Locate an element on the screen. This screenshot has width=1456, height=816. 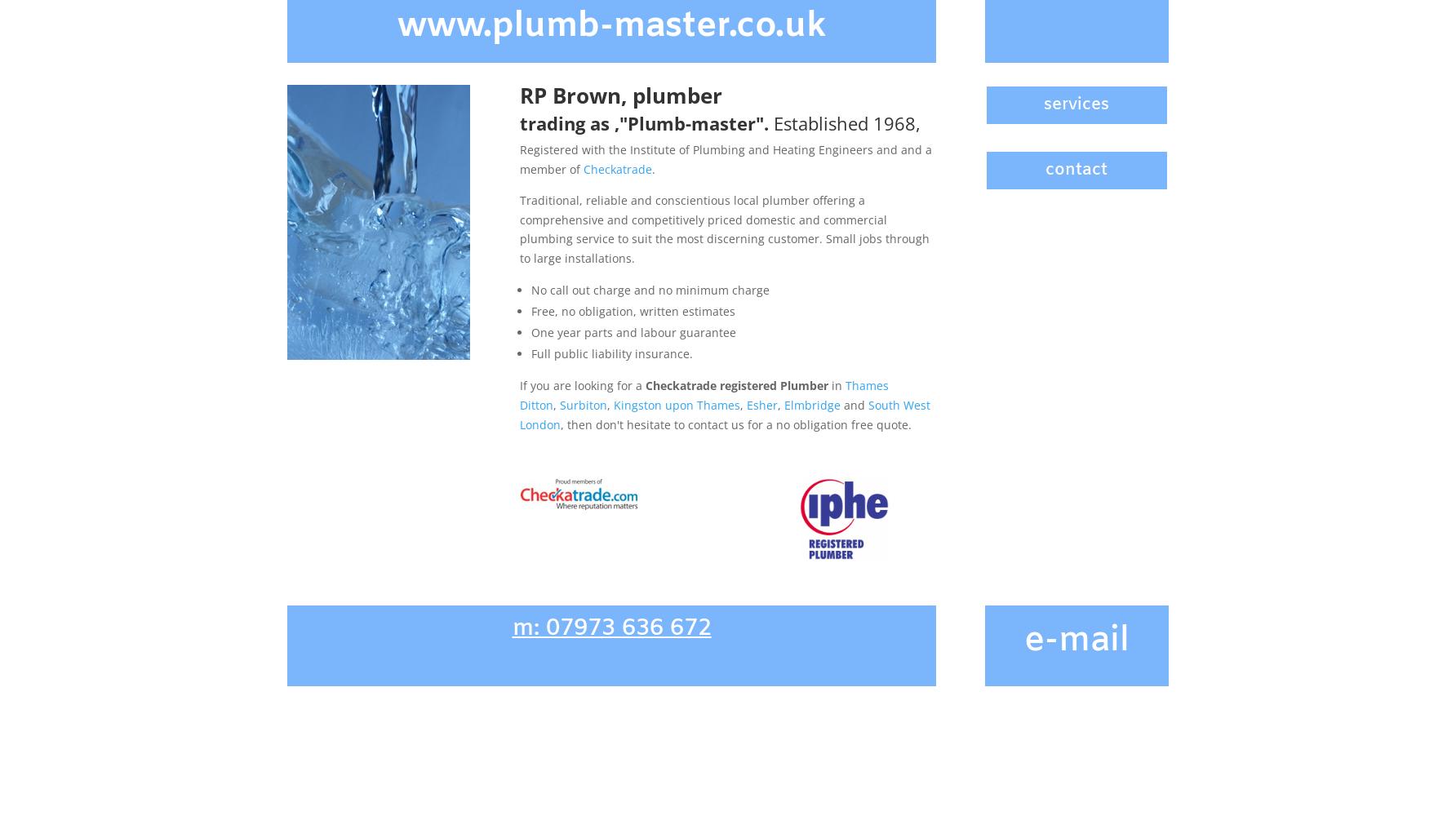
'trading as ‚"Plumb-master".' is located at coordinates (645, 123).